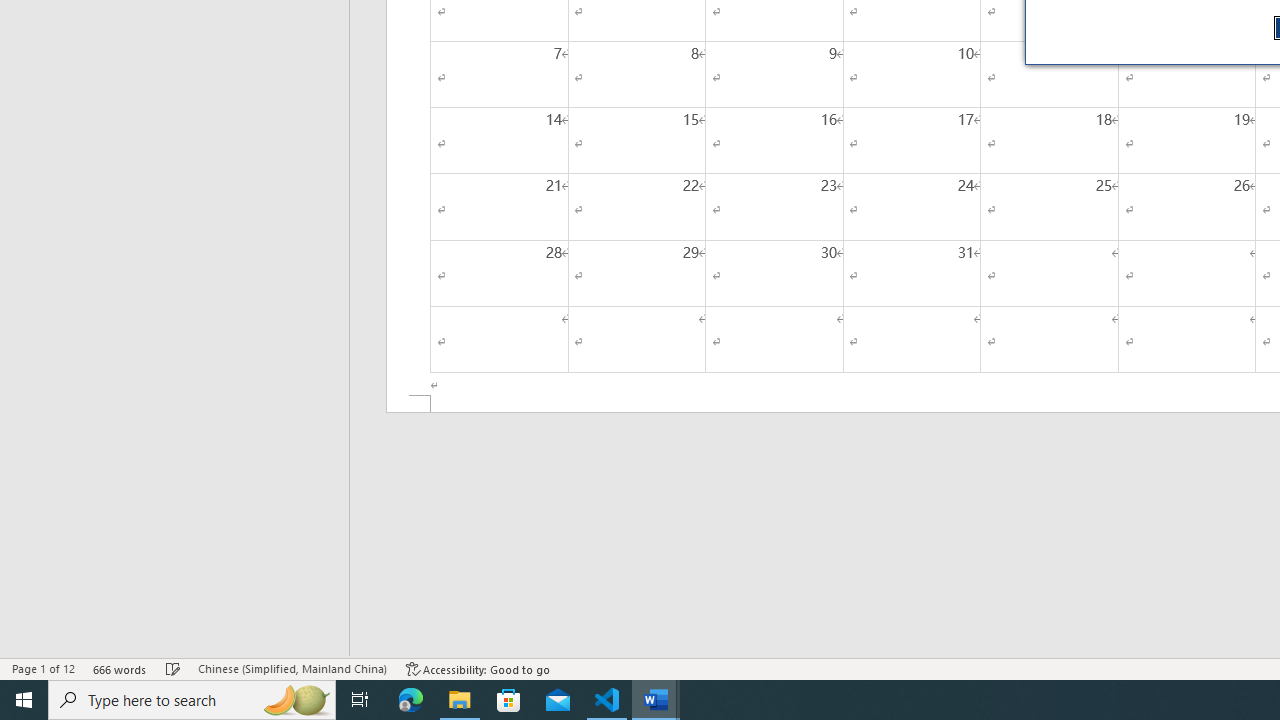 The width and height of the screenshot is (1280, 720). Describe the element at coordinates (291, 669) in the screenshot. I see `'Language Chinese (Simplified, Mainland China)'` at that location.